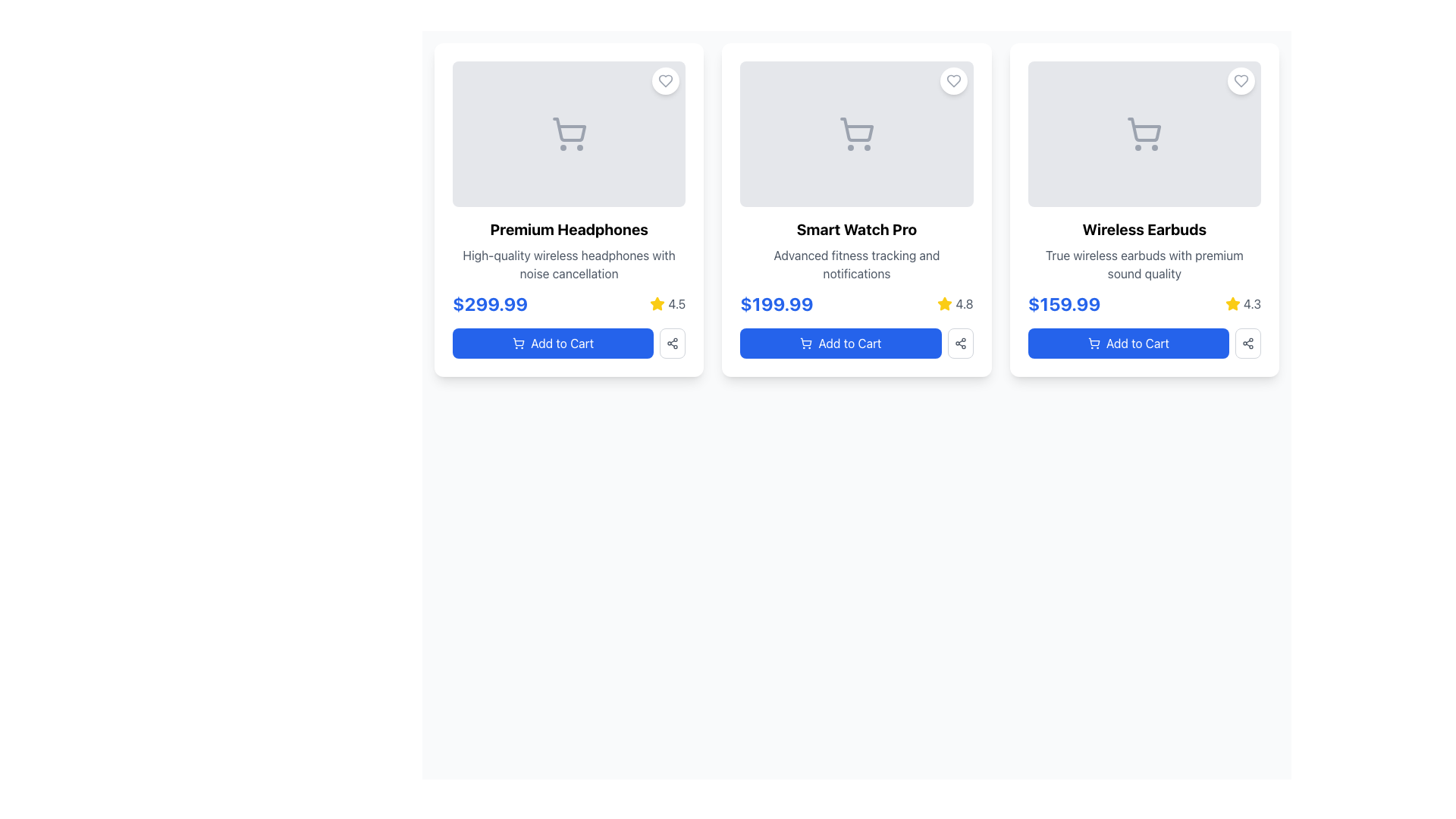  What do you see at coordinates (1144, 304) in the screenshot?
I see `the price and rating element displaying '$159.99' and '4.3' stars located in the 'Wireless Earbuds' product card in the third column of the product grid` at bounding box center [1144, 304].